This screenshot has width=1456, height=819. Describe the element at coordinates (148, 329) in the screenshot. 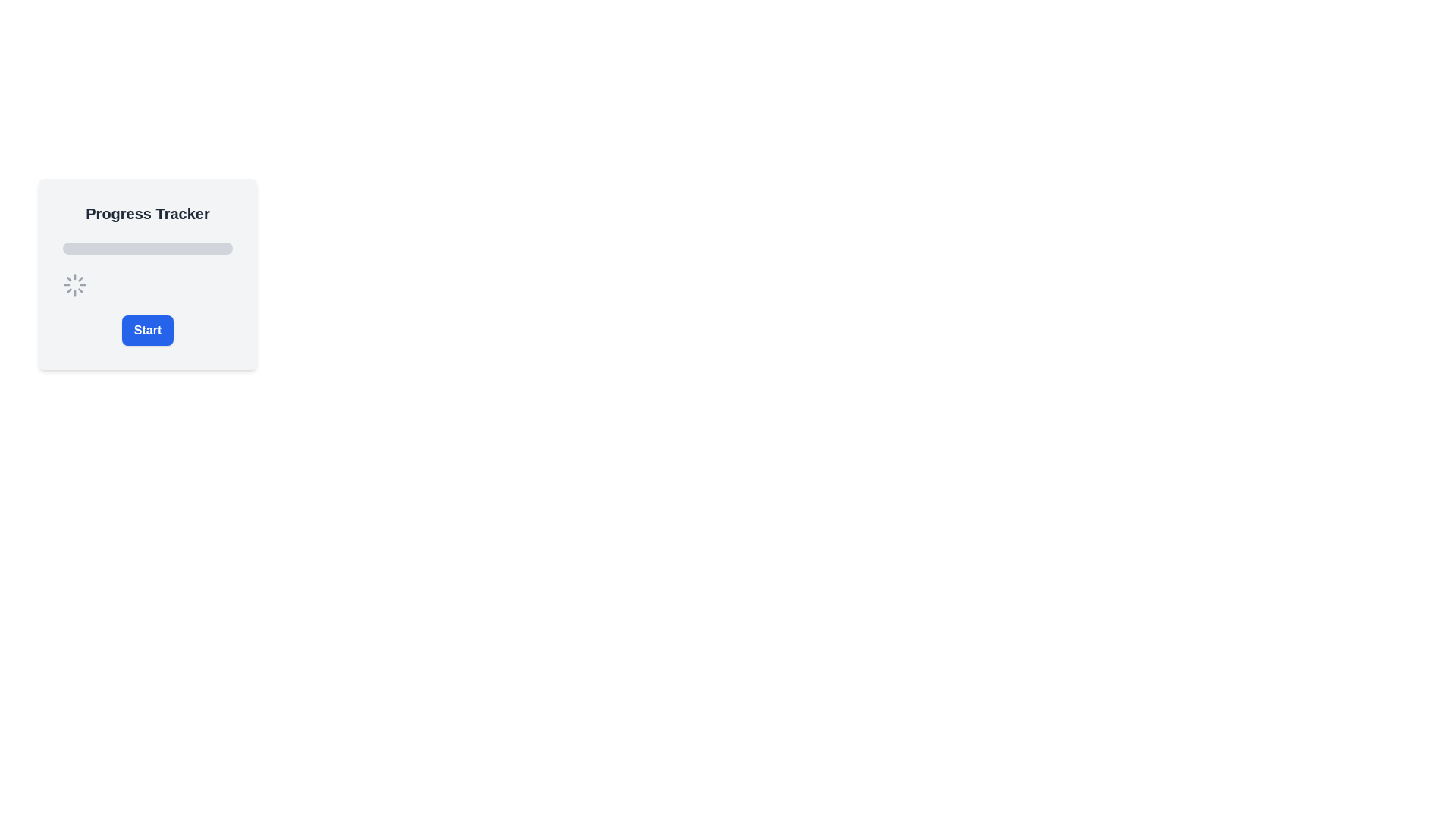

I see `the blue 'Start' button with white bold text to initiate its action` at that location.